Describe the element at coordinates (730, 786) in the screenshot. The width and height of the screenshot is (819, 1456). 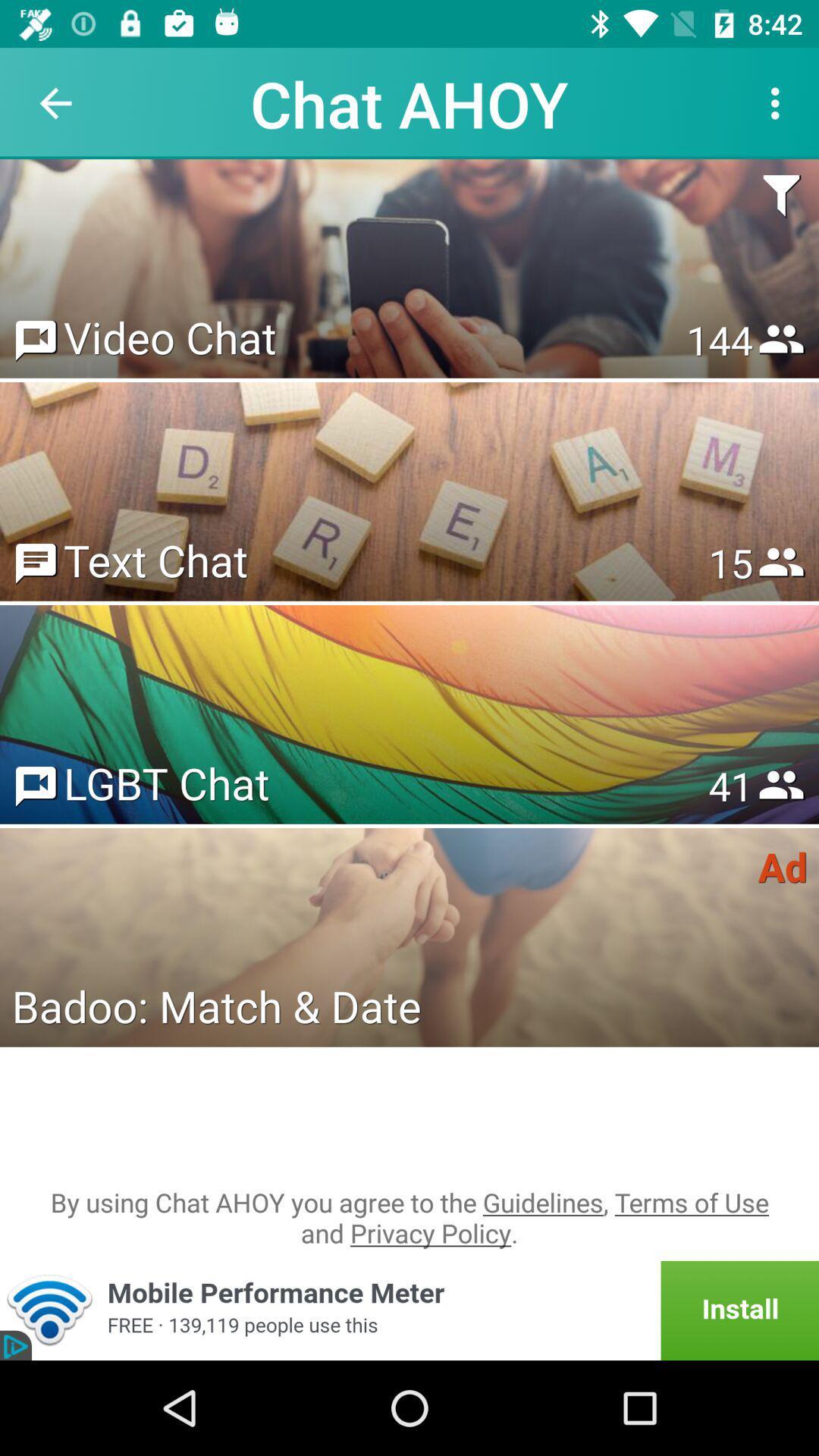
I see `the 53 icon` at that location.